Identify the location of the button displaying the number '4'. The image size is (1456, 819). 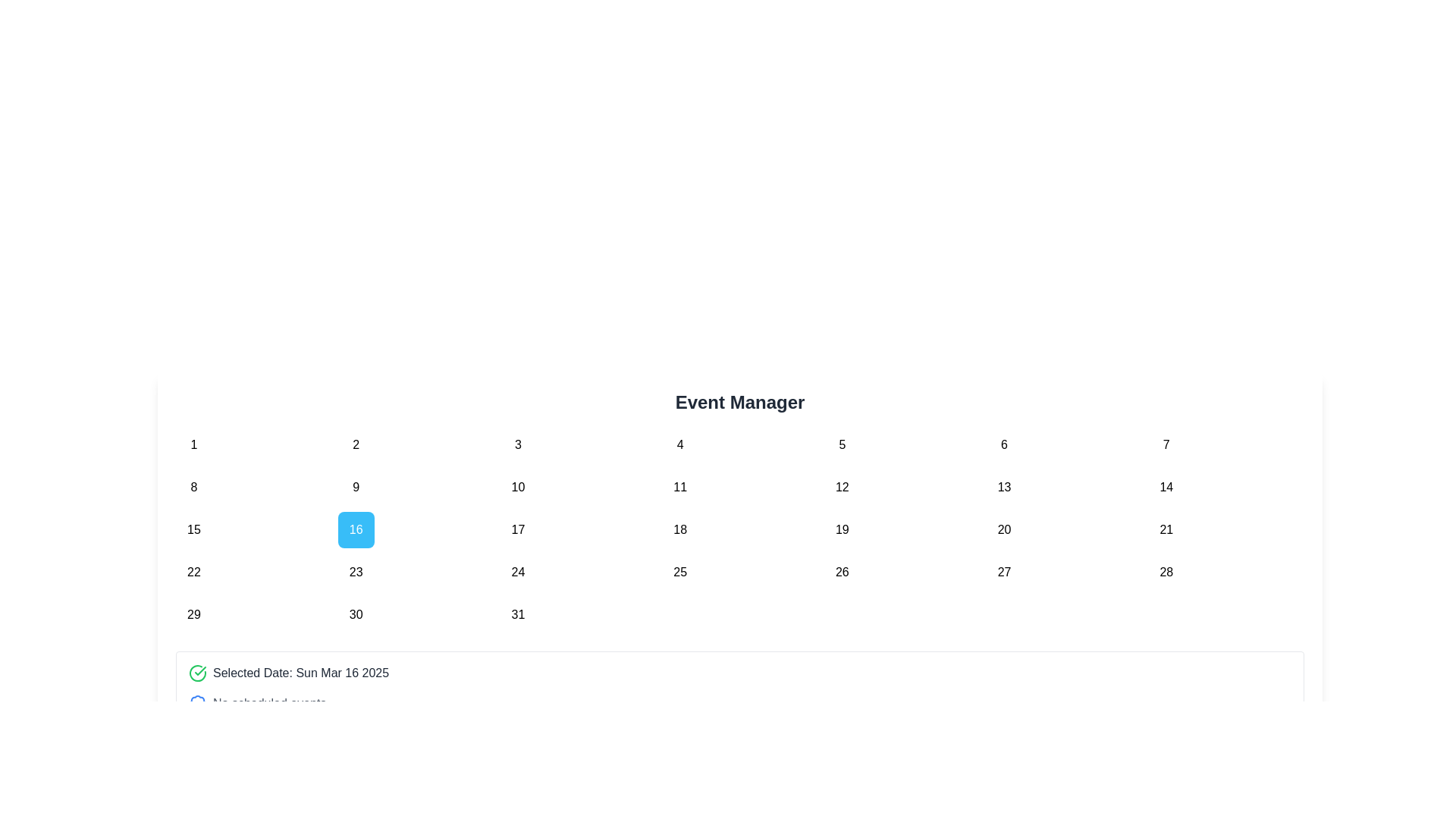
(679, 444).